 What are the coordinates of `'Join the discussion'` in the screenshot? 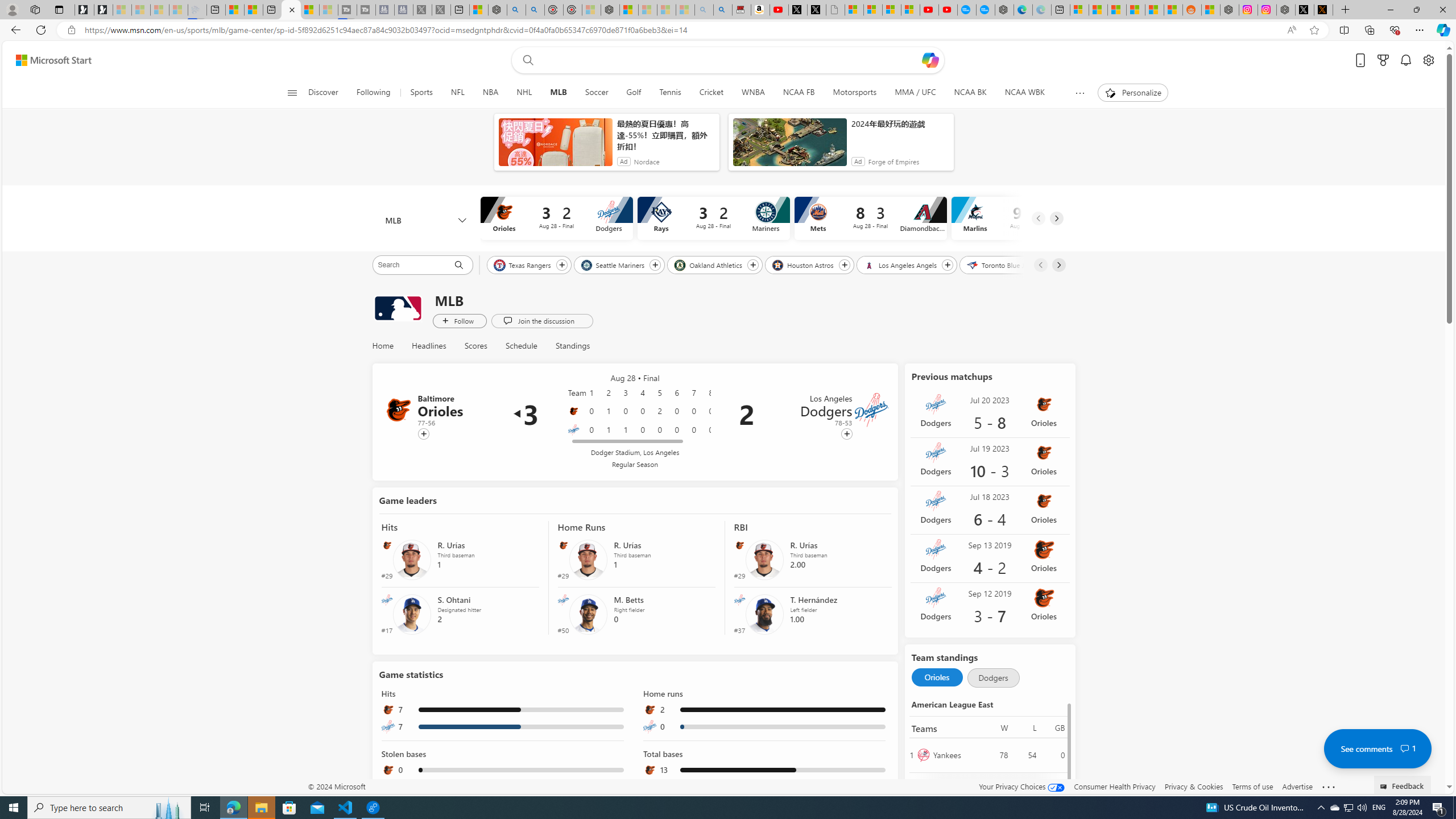 It's located at (541, 320).